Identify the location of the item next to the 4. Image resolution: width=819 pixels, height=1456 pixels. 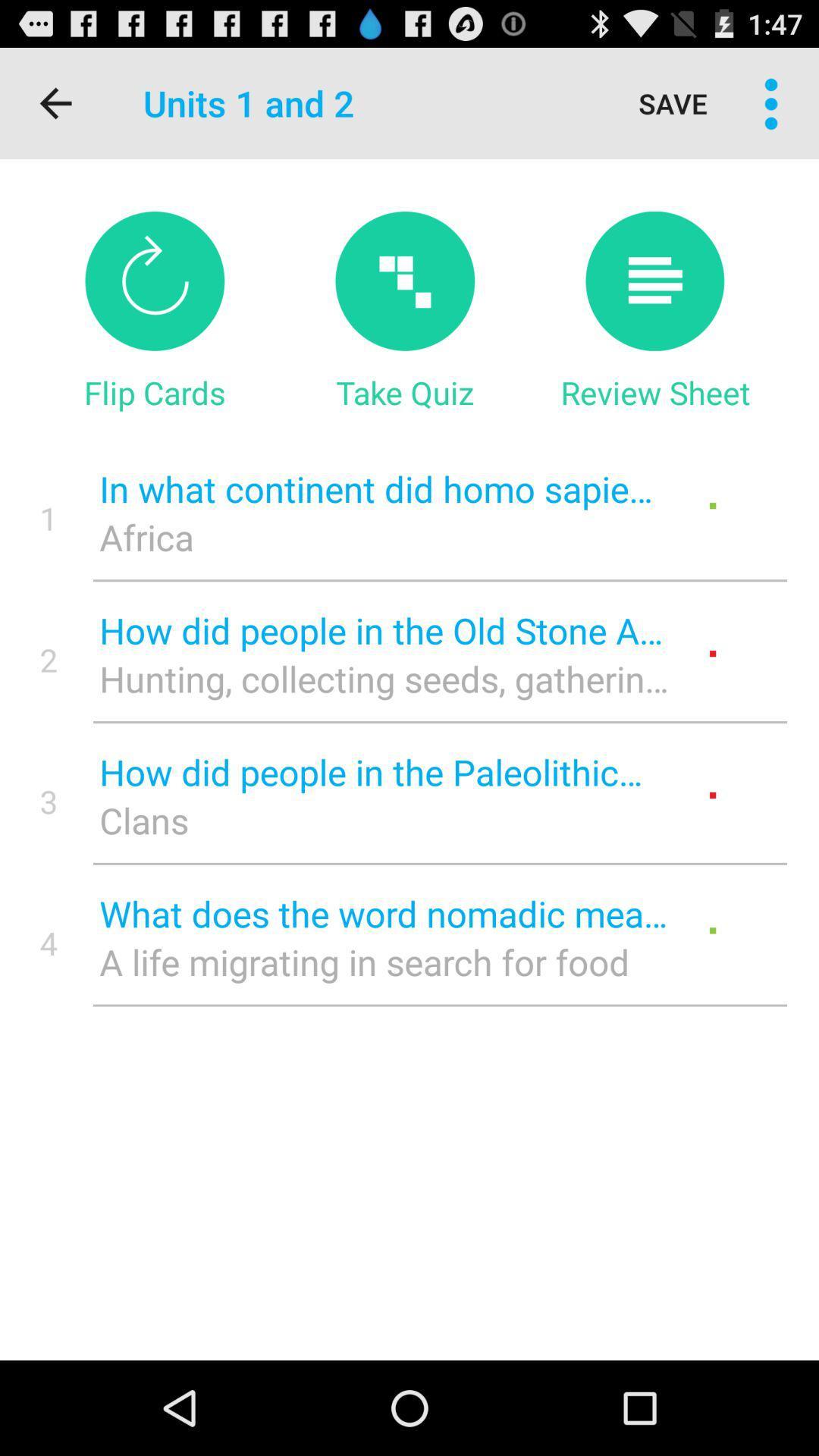
(383, 961).